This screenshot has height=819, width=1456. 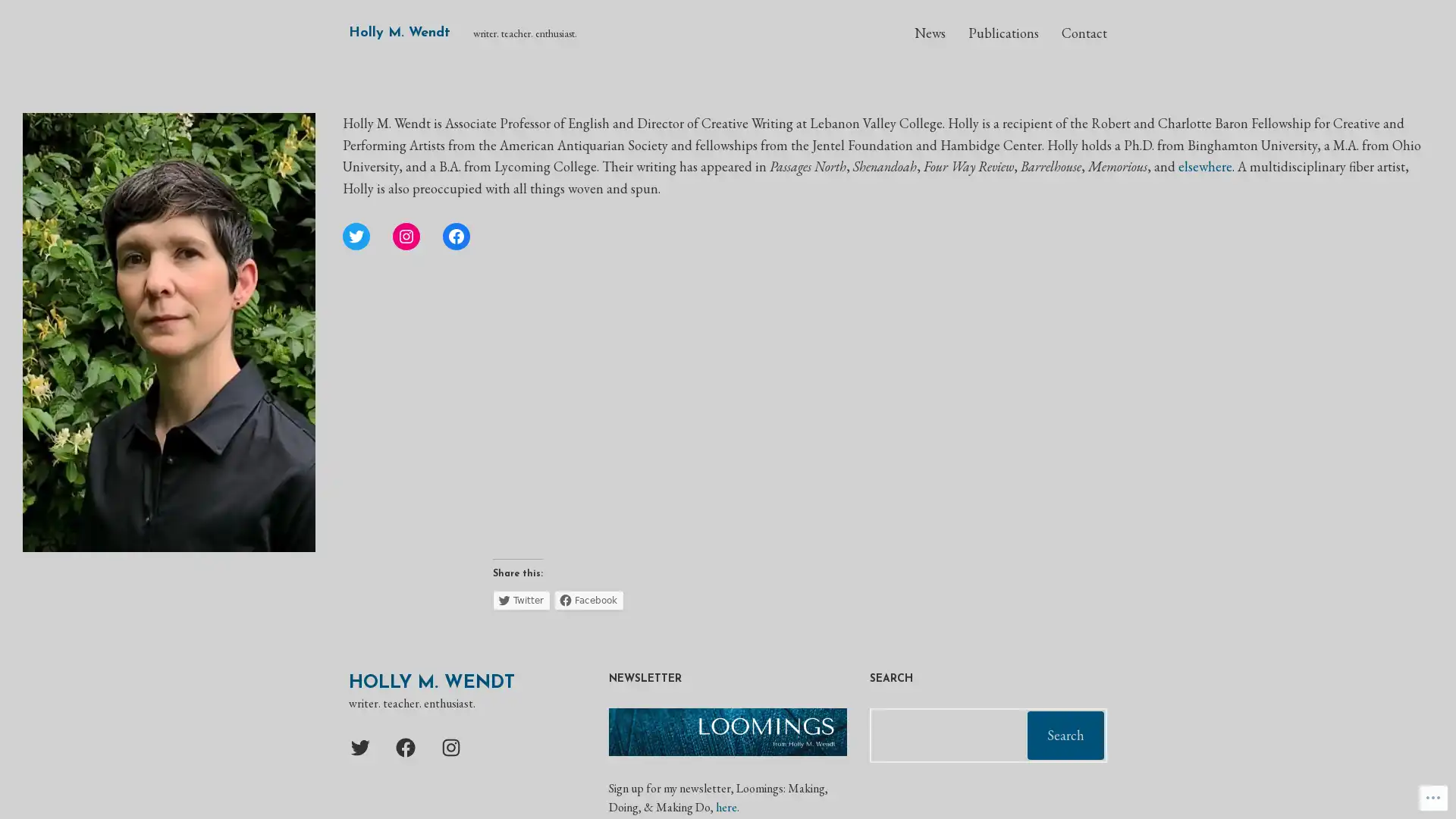 I want to click on Search, so click(x=1065, y=733).